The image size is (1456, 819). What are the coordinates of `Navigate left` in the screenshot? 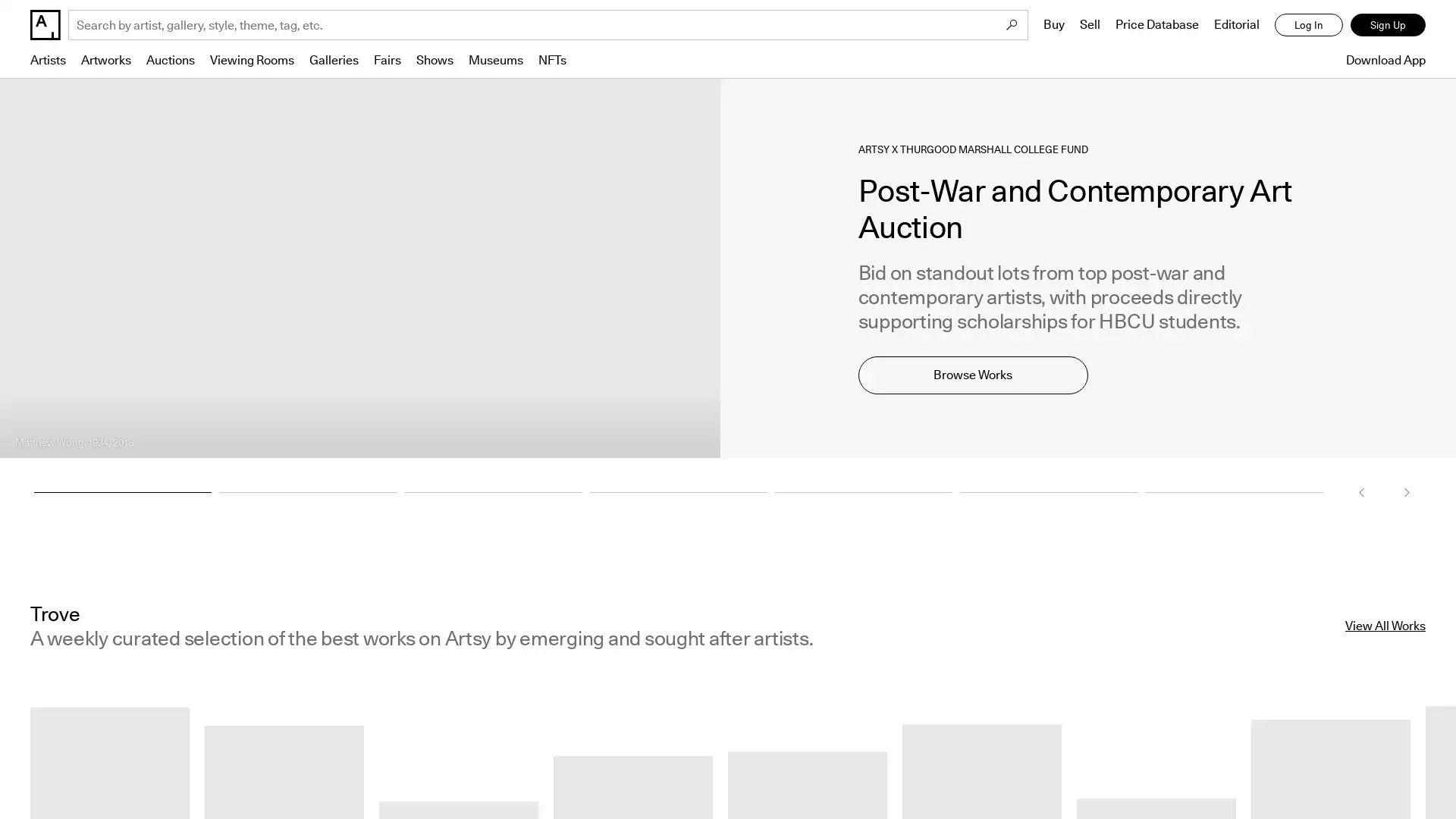 It's located at (1361, 491).